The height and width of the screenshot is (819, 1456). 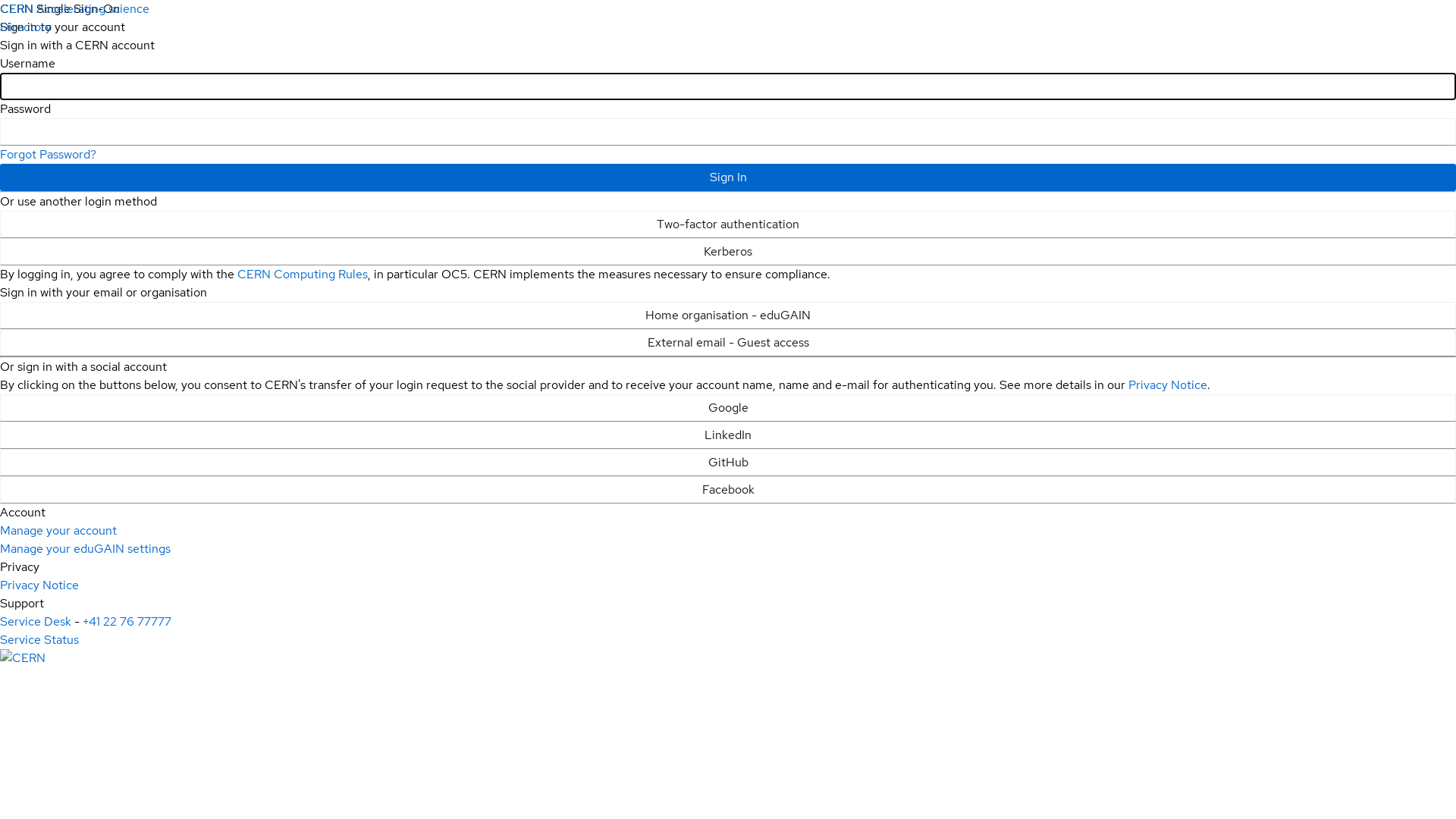 I want to click on 'Service Status', so click(x=39, y=639).